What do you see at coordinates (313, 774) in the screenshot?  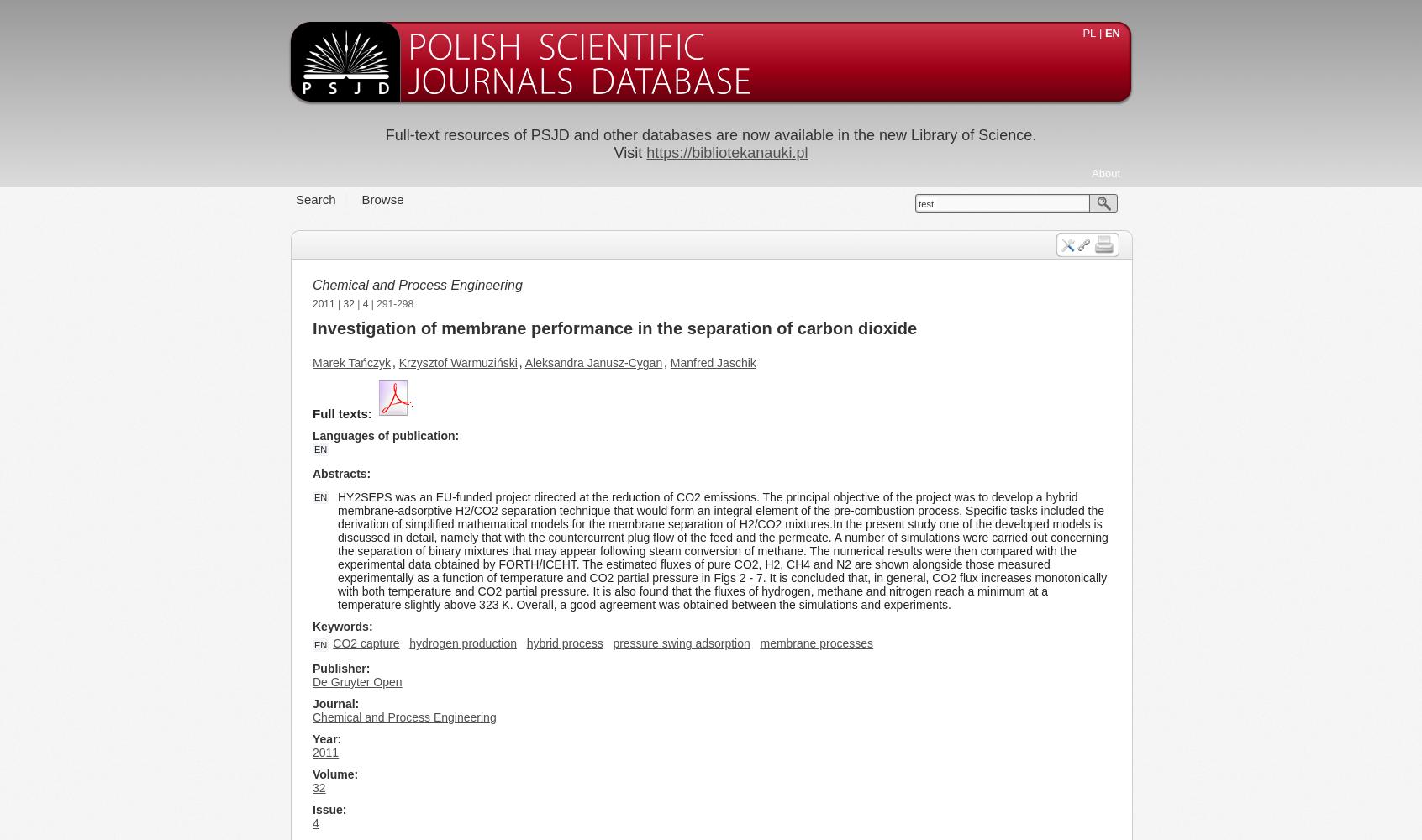 I see `'Volume'` at bounding box center [313, 774].